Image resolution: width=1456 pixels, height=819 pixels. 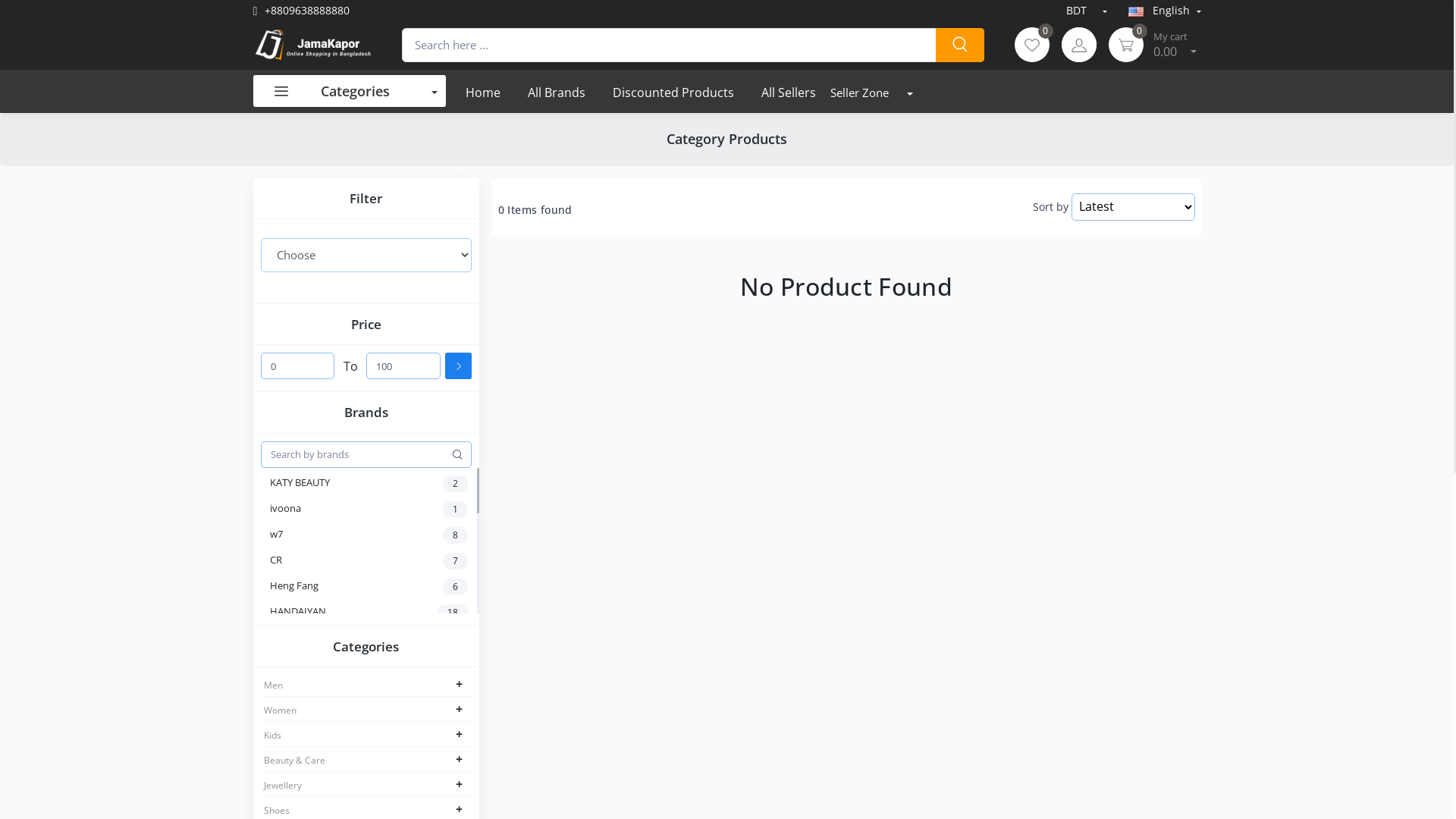 What do you see at coordinates (789, 91) in the screenshot?
I see `'All Sellers'` at bounding box center [789, 91].